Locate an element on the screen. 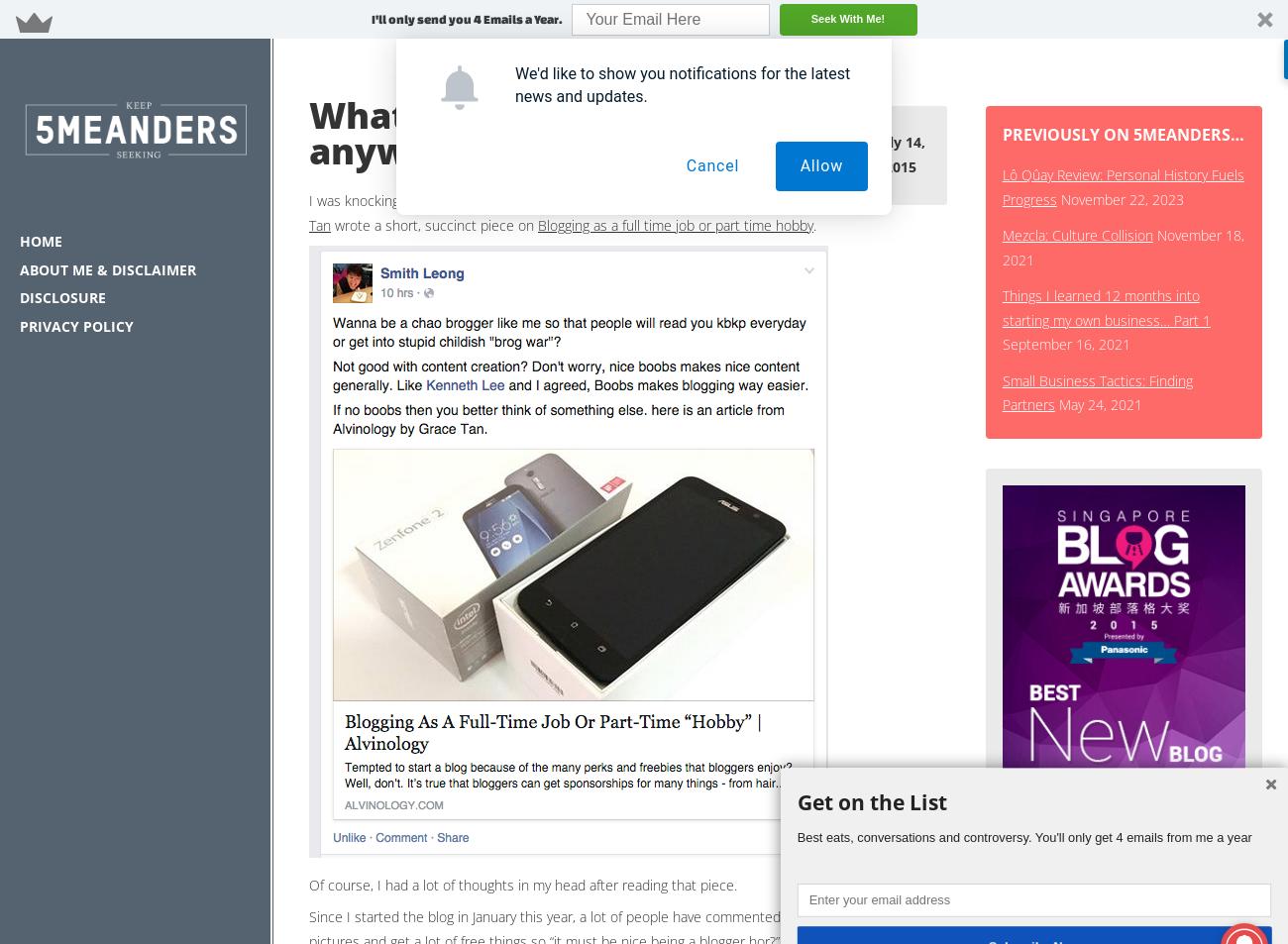 The image size is (1288, 944). 'shared. Blogger' is located at coordinates (752, 199).